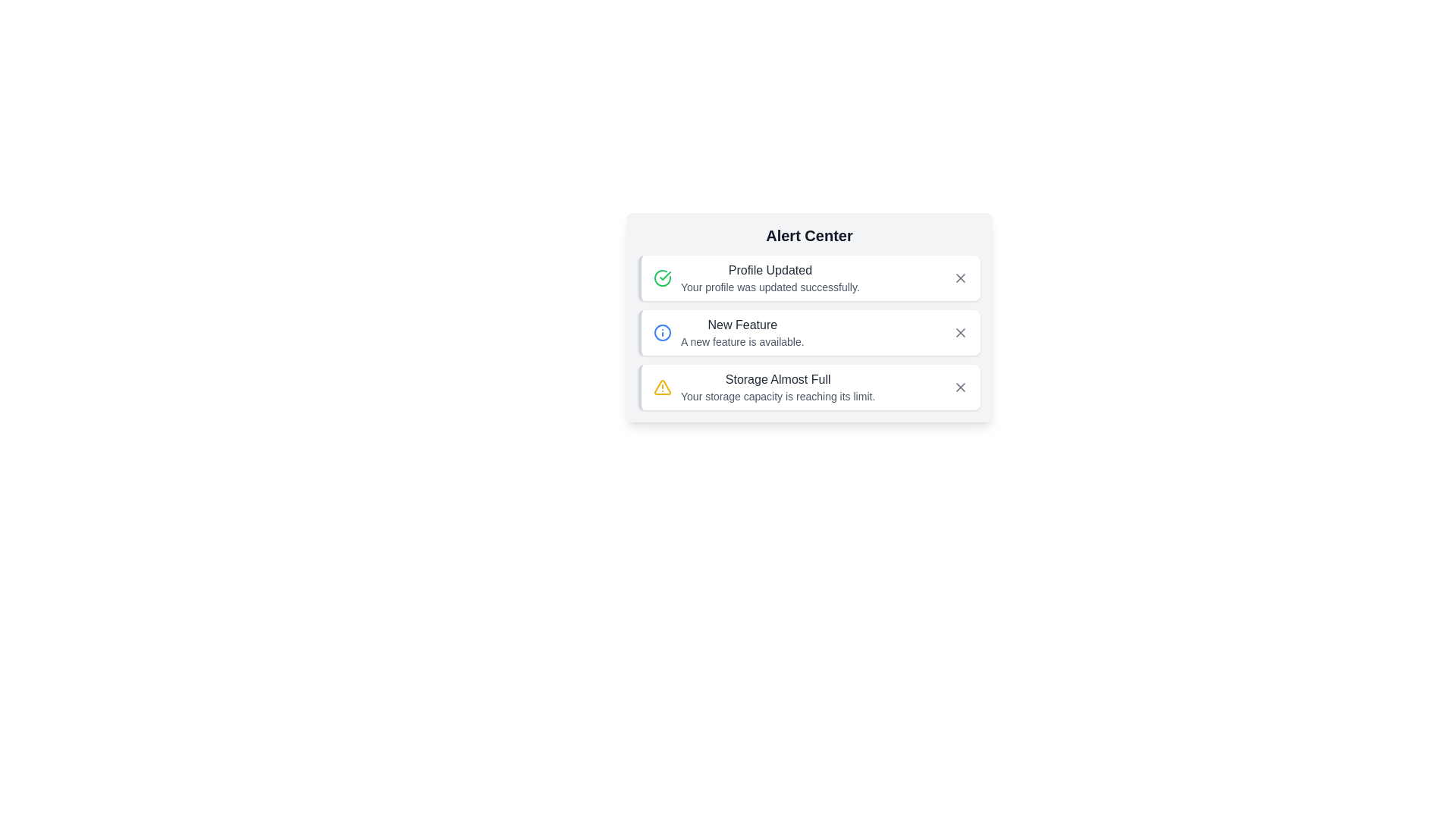 The image size is (1456, 819). Describe the element at coordinates (662, 386) in the screenshot. I see `the warning icon representing the 'Storage Almost Full' alert located in the alert notification panel` at that location.